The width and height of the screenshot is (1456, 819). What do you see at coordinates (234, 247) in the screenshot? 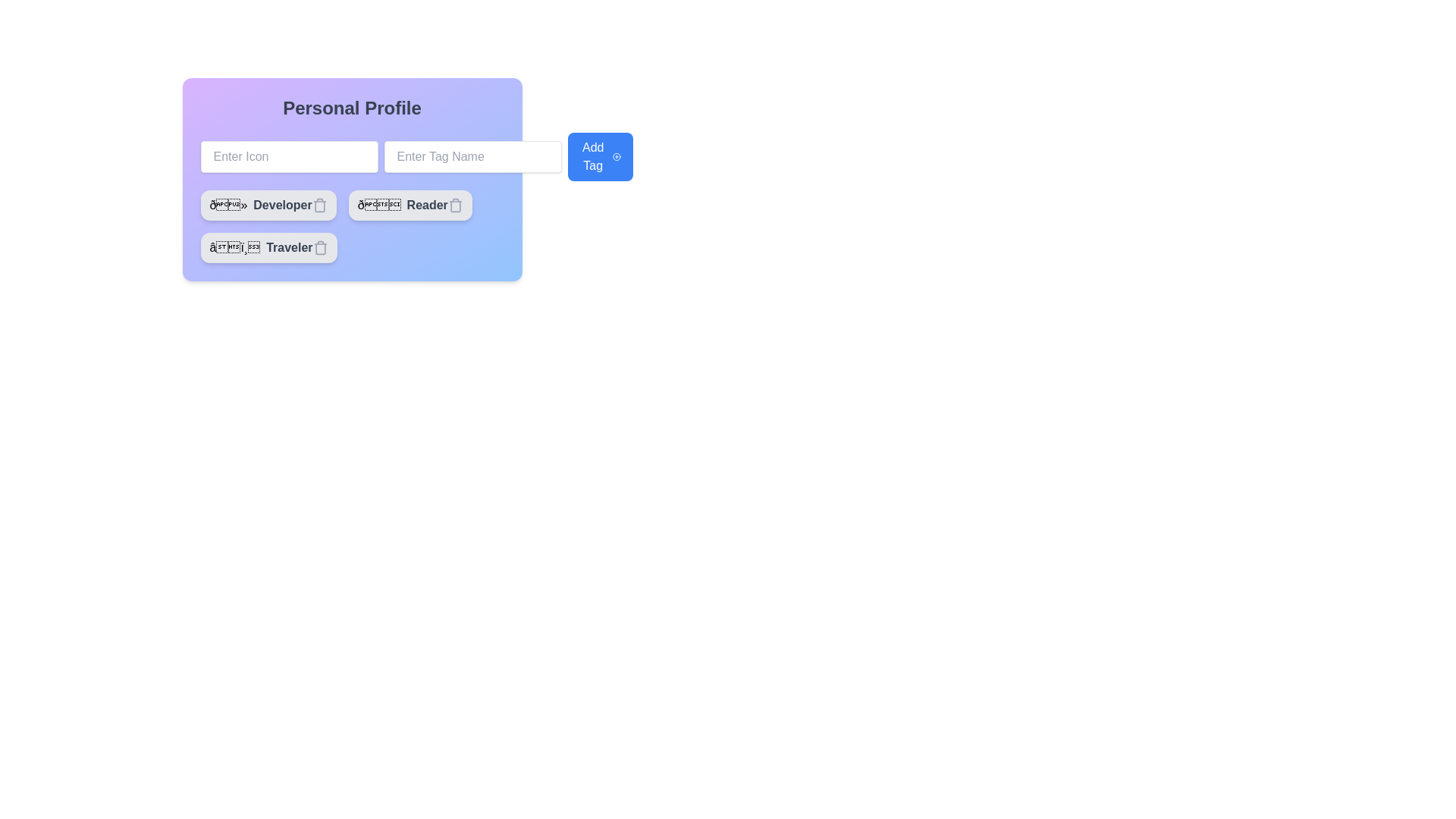
I see `the decorative icon representing the label 'Traveler', which is located to the left of the text label within a rounded button-like component` at bounding box center [234, 247].